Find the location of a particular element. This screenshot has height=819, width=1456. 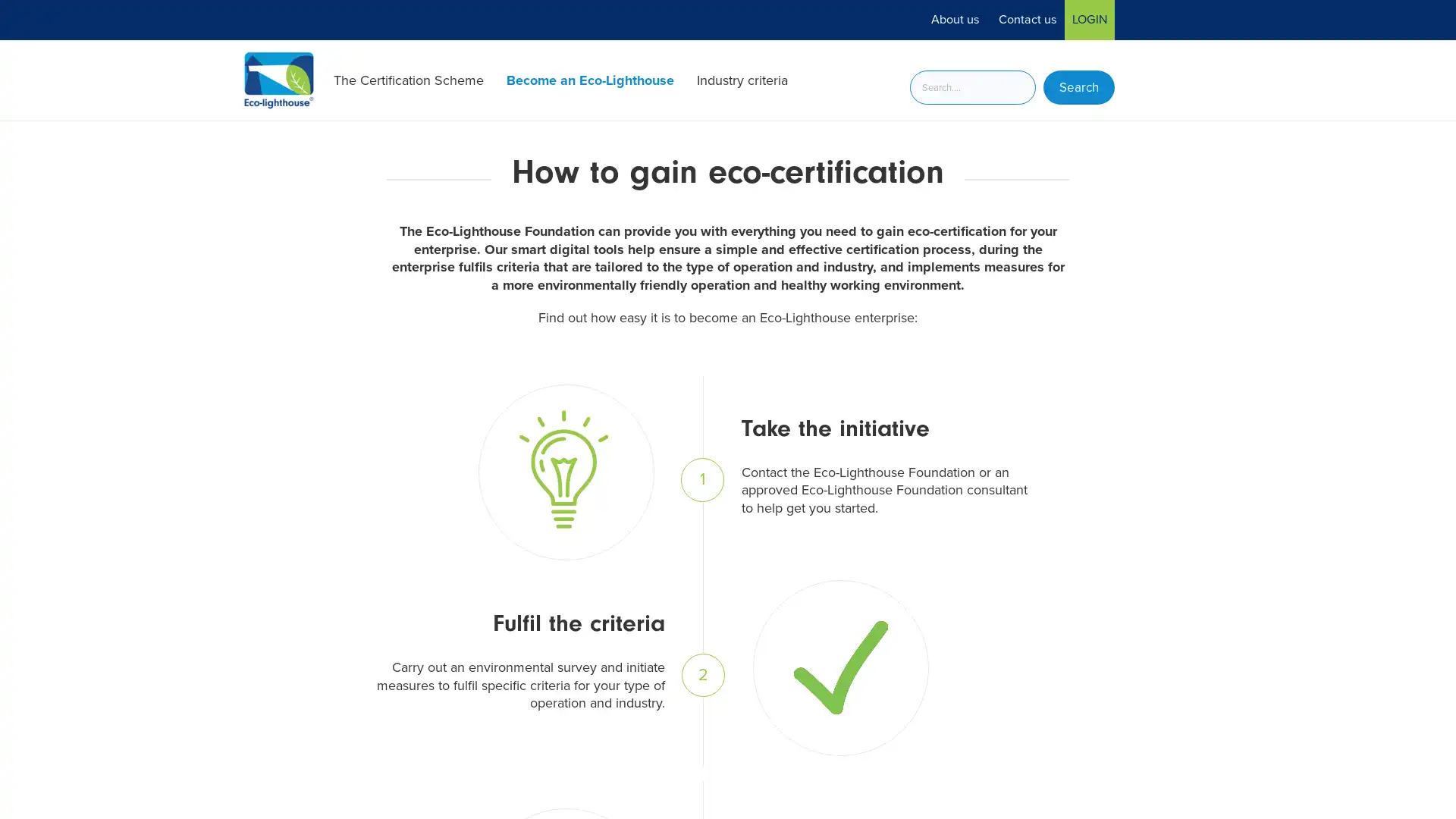

Search is located at coordinates (1078, 87).